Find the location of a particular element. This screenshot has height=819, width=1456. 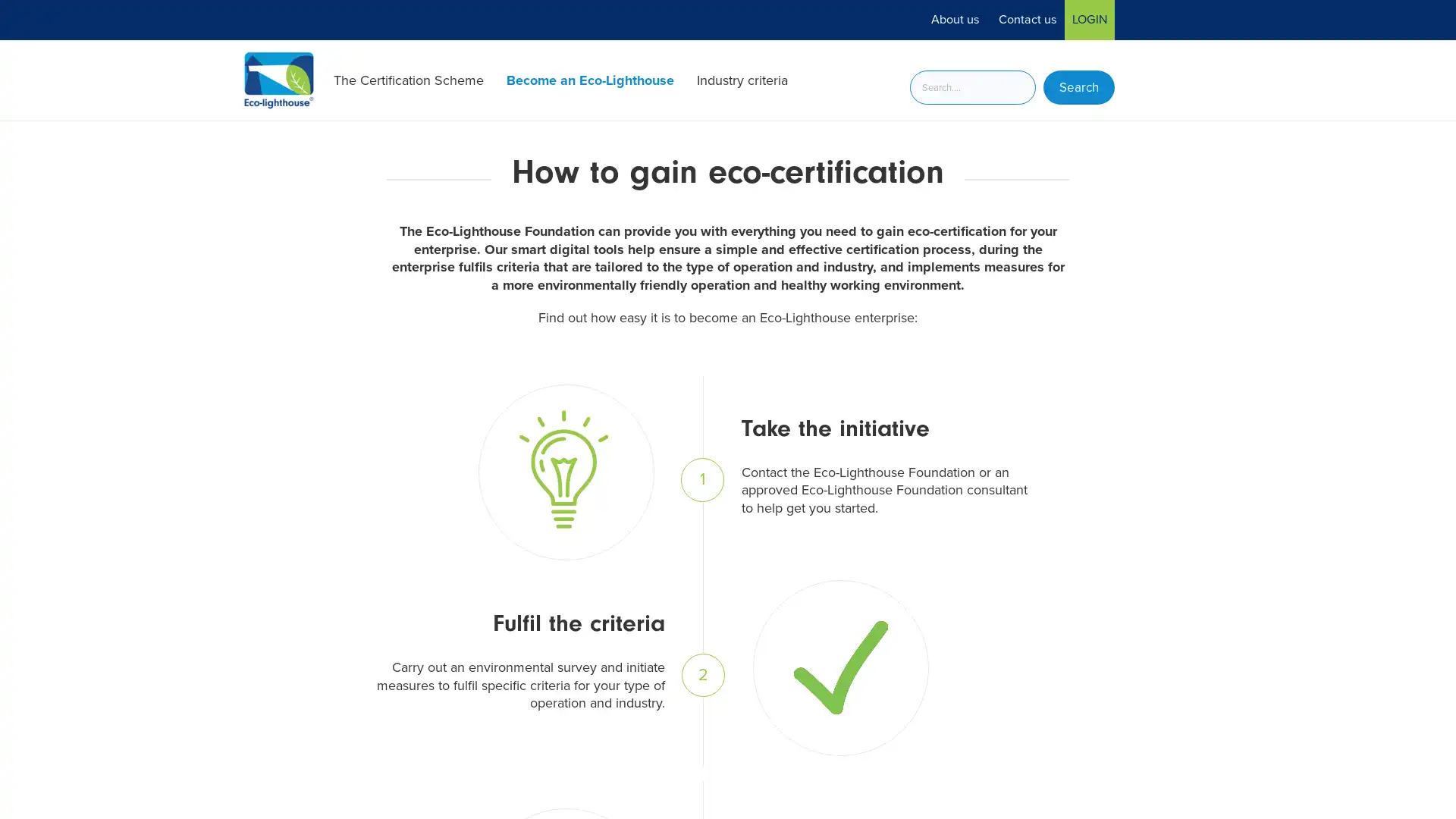

Search is located at coordinates (1078, 87).